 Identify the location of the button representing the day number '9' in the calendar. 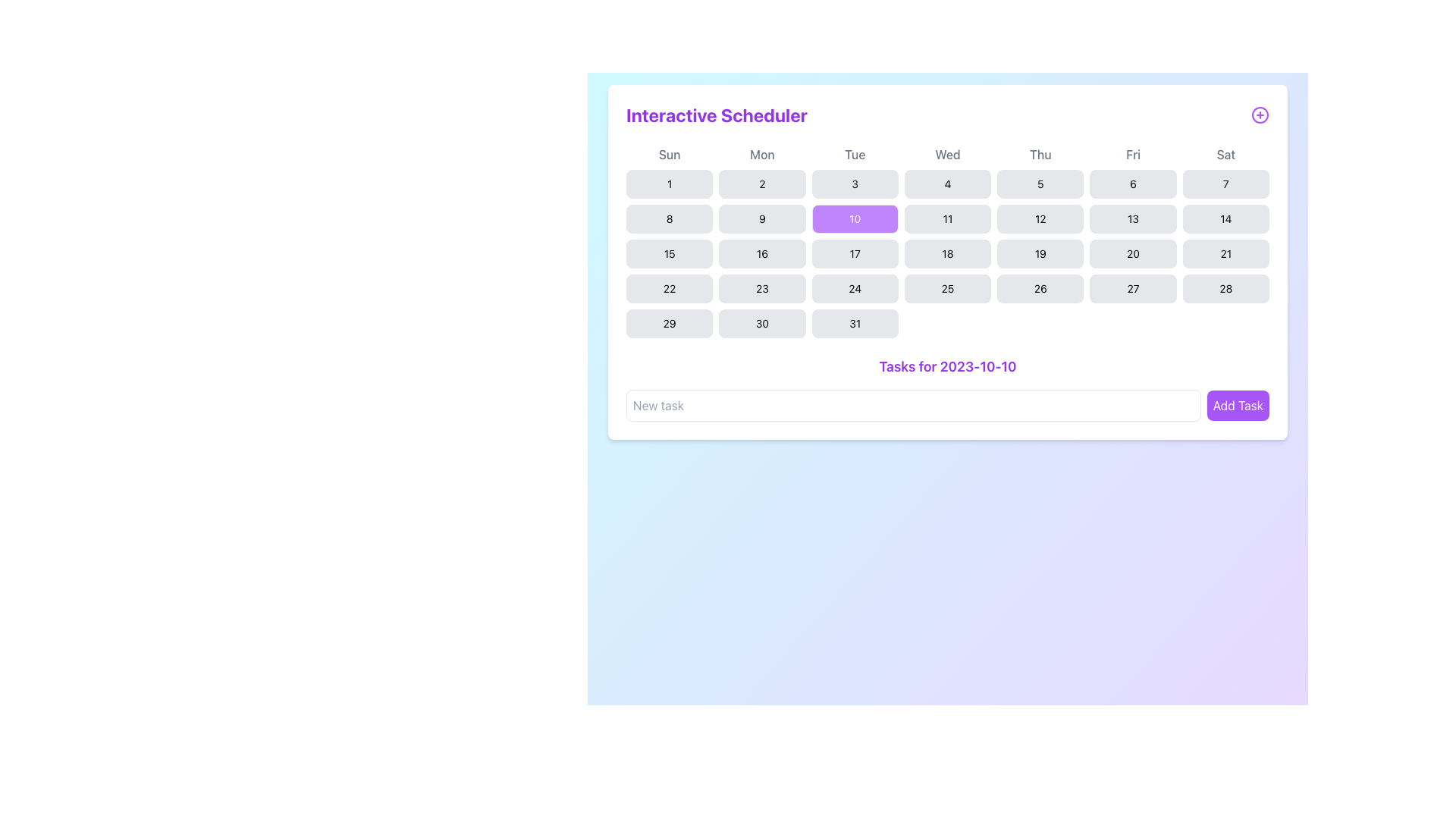
(762, 219).